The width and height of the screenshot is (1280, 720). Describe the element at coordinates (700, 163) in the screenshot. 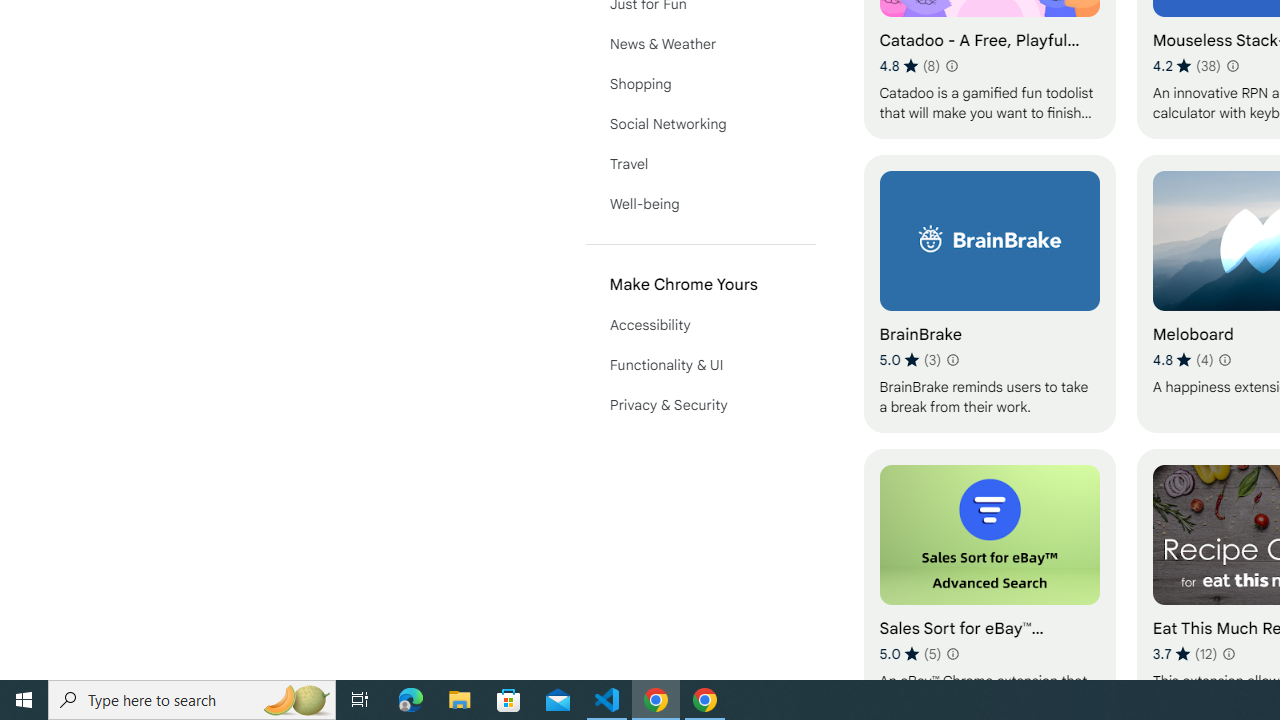

I see `'Travel'` at that location.